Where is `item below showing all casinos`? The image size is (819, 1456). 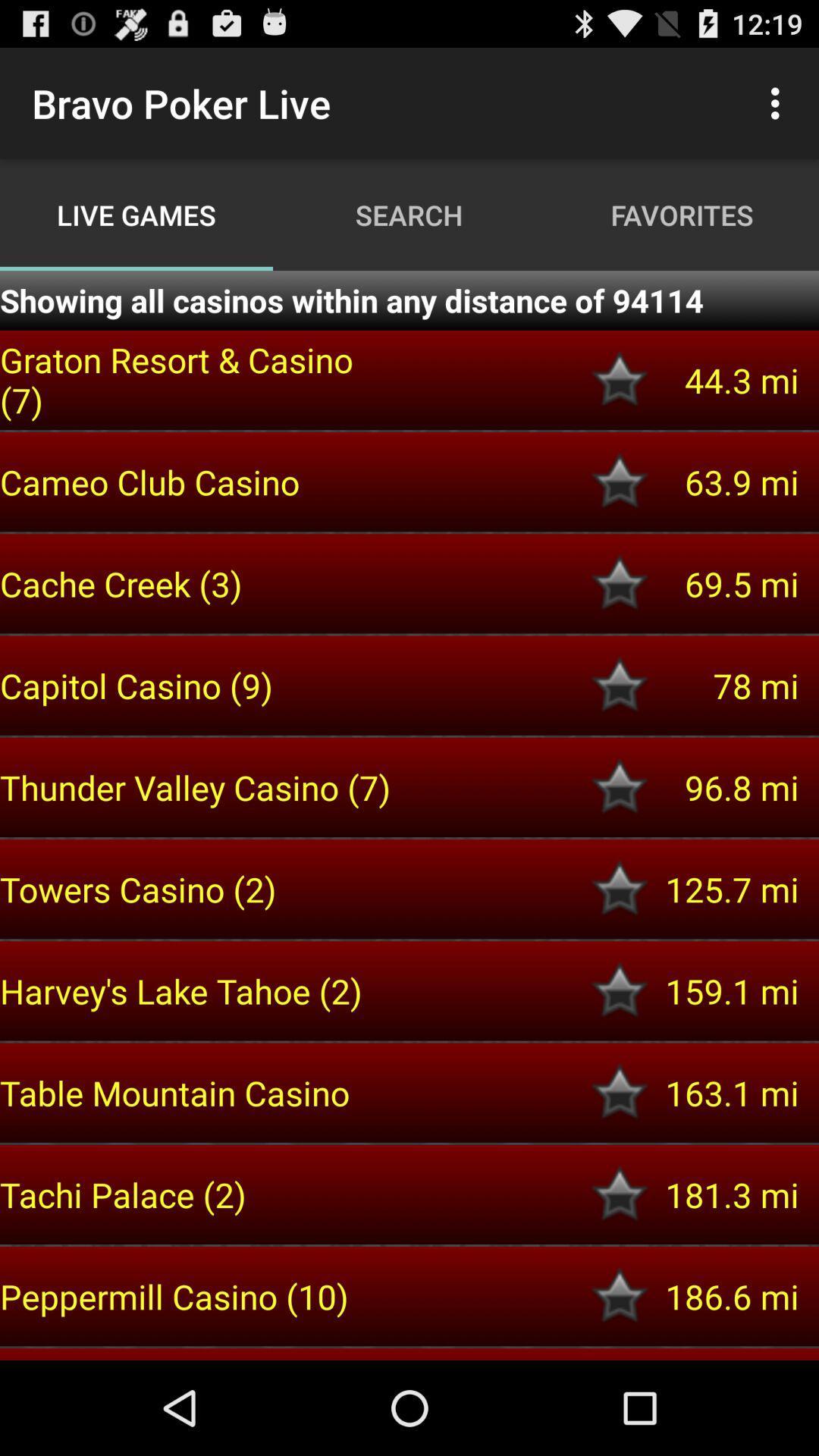 item below showing all casinos is located at coordinates (198, 379).